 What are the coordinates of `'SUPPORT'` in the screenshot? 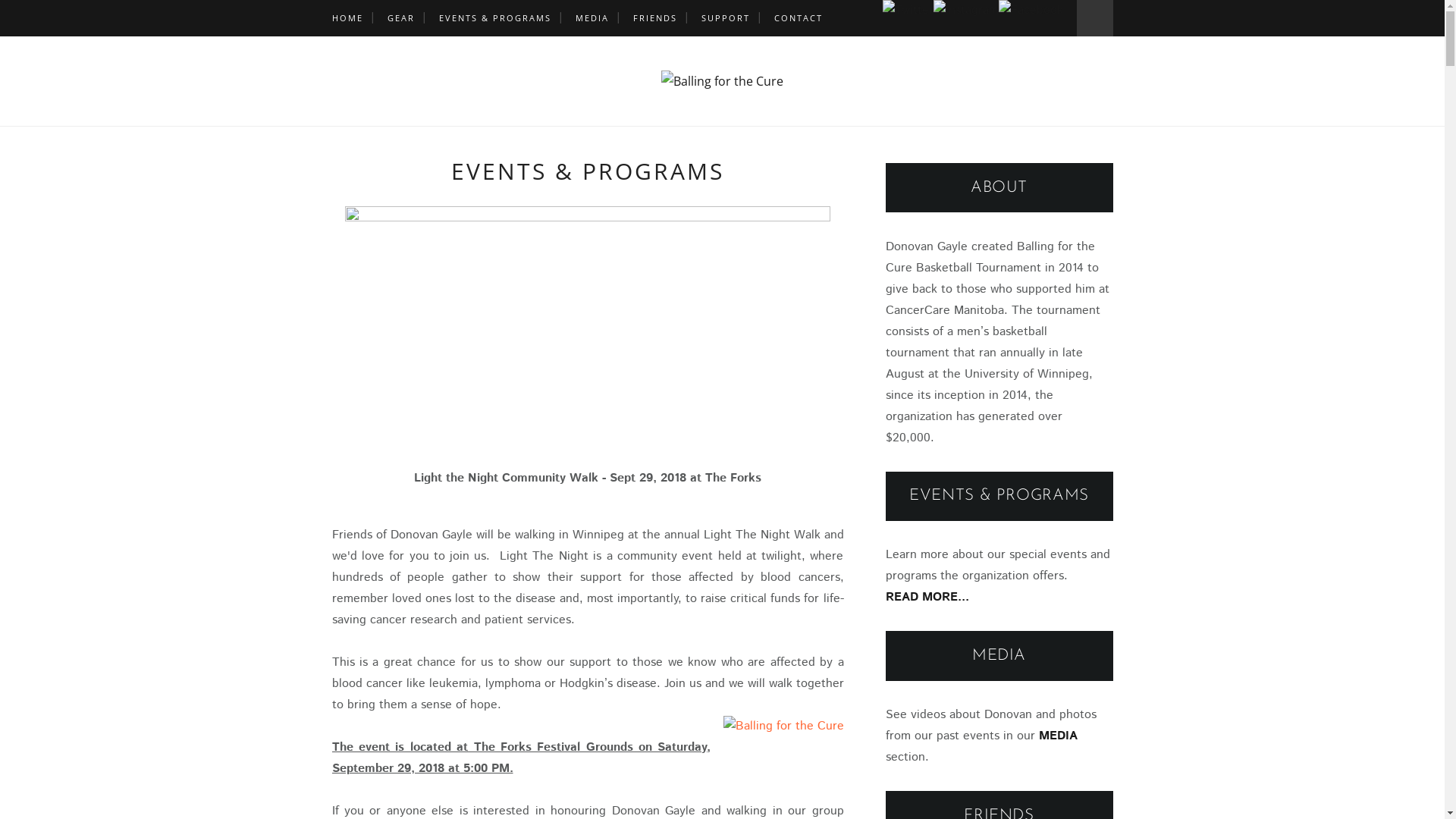 It's located at (723, 17).